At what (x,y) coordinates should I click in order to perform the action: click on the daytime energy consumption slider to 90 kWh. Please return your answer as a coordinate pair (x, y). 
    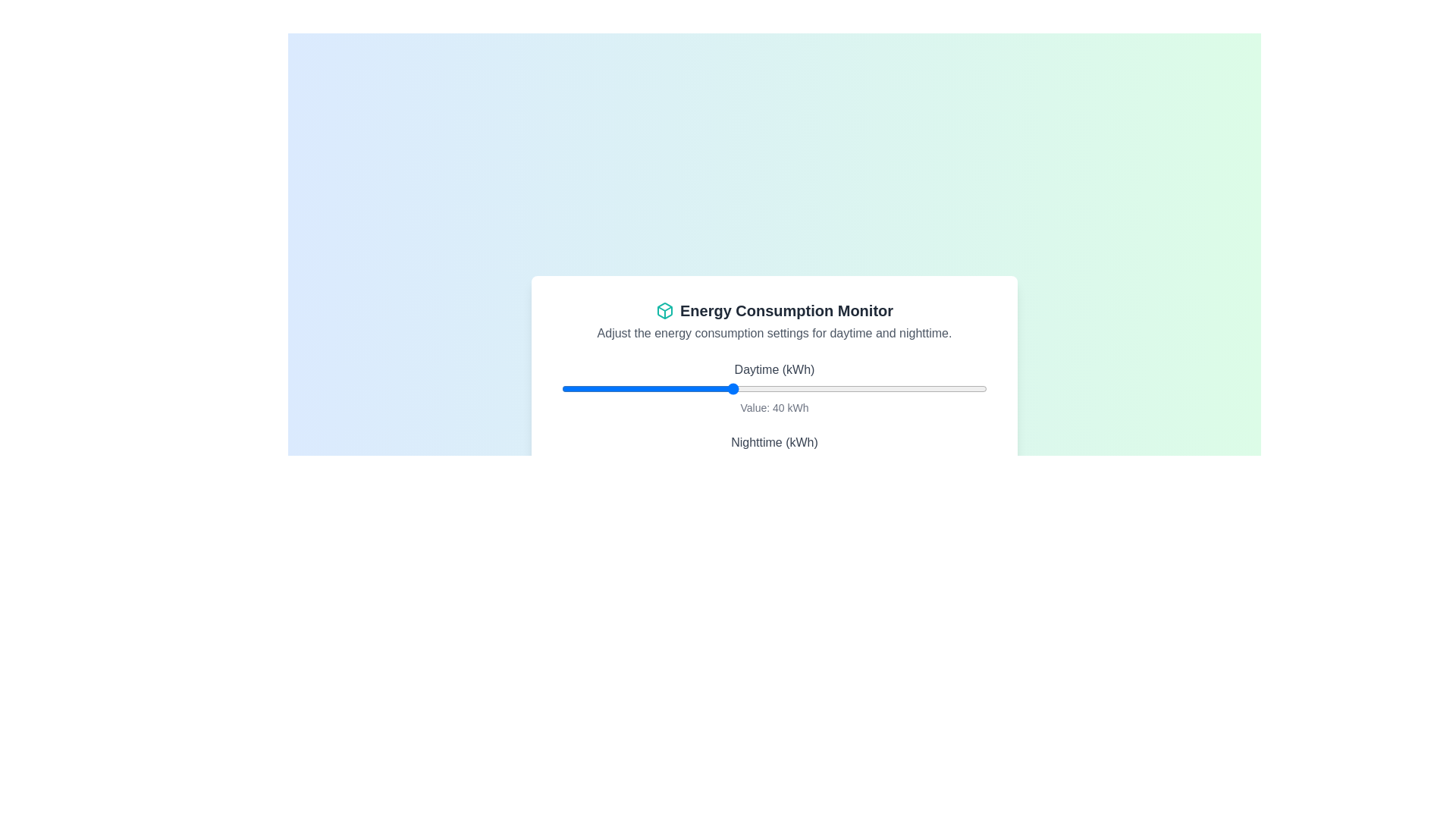
    Looking at the image, I should click on (944, 388).